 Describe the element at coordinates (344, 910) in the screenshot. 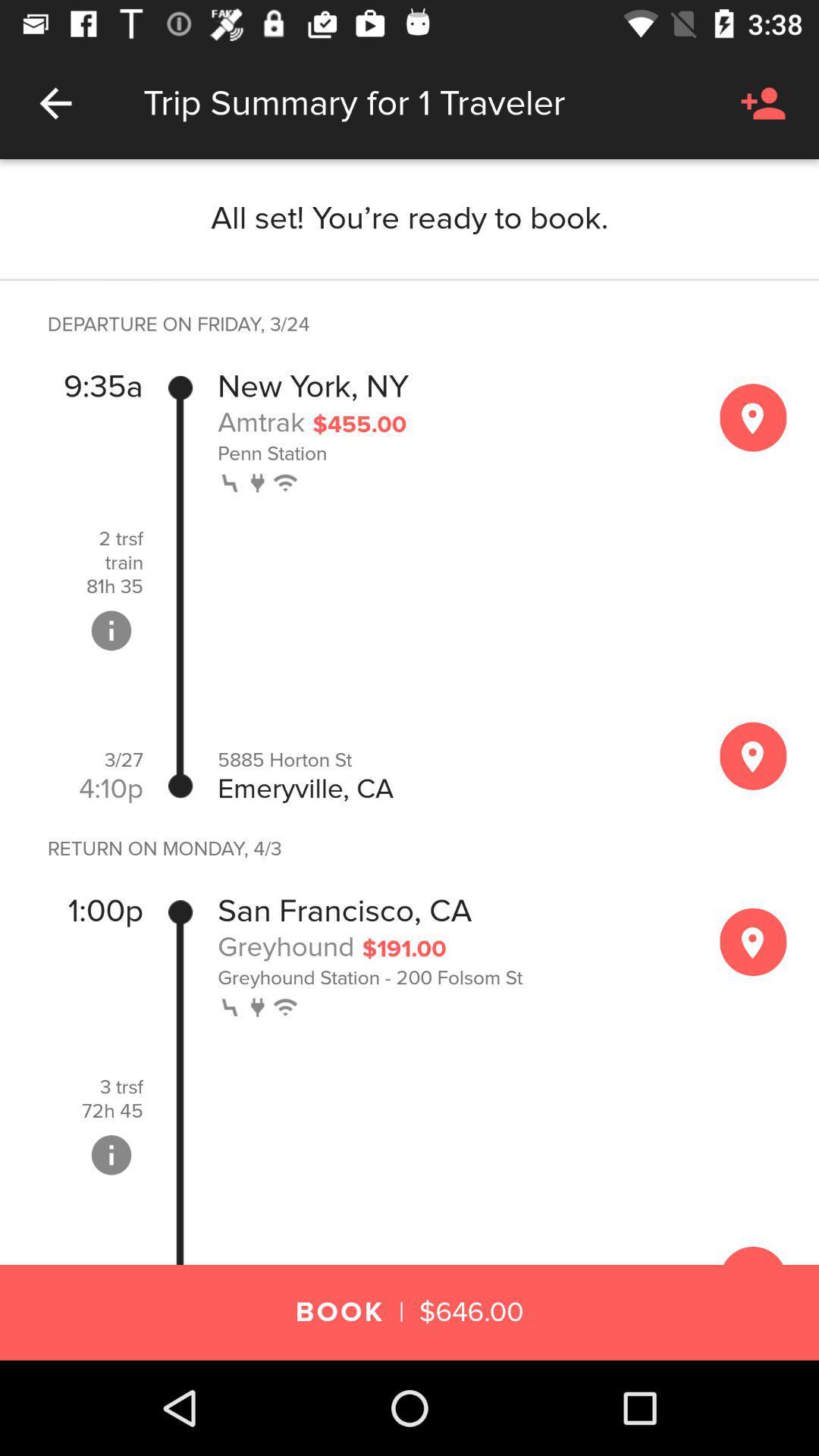

I see `the san francisco, ca icon` at that location.